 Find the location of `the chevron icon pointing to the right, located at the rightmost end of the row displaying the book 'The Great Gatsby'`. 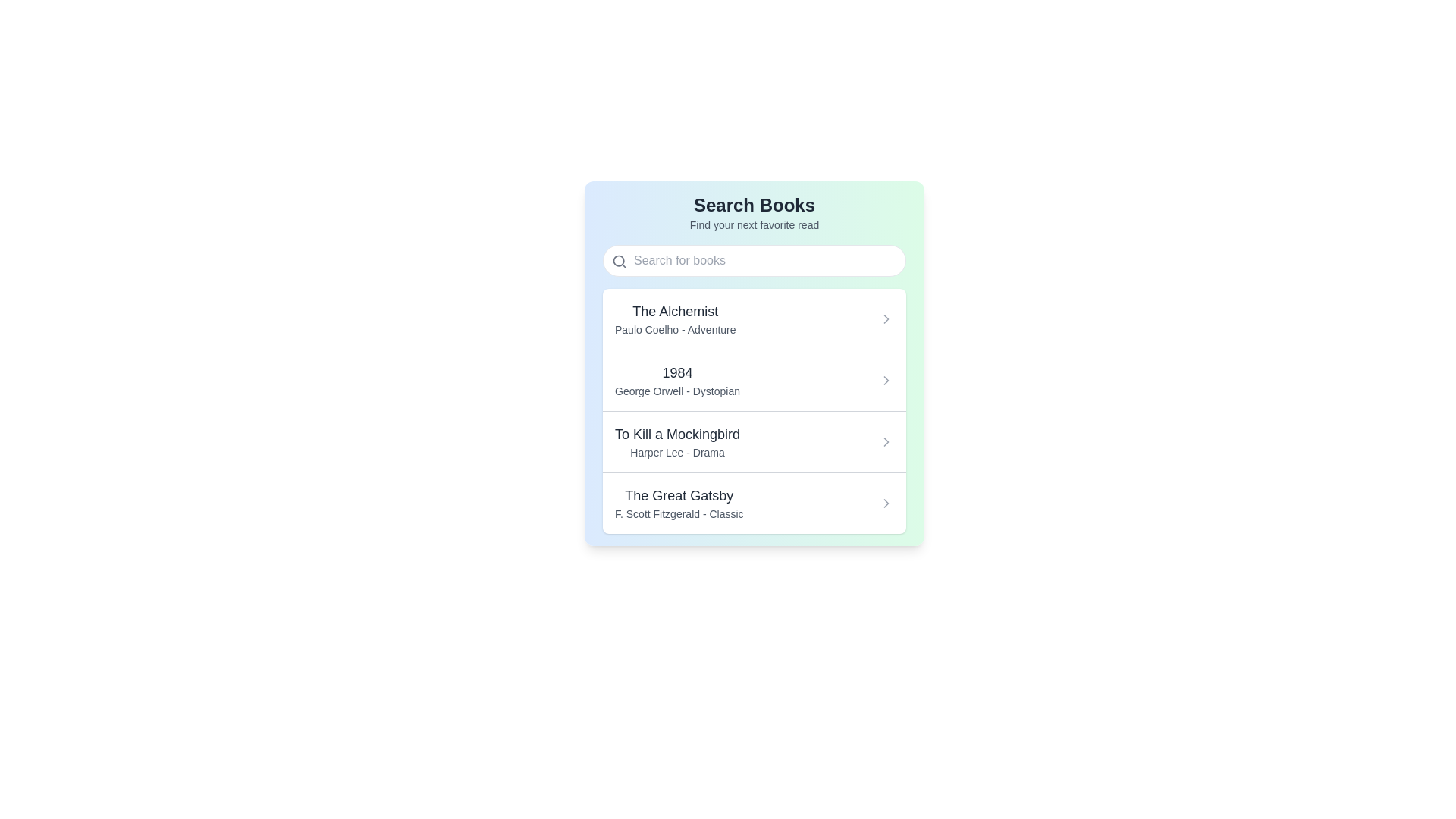

the chevron icon pointing to the right, located at the rightmost end of the row displaying the book 'The Great Gatsby' is located at coordinates (886, 503).